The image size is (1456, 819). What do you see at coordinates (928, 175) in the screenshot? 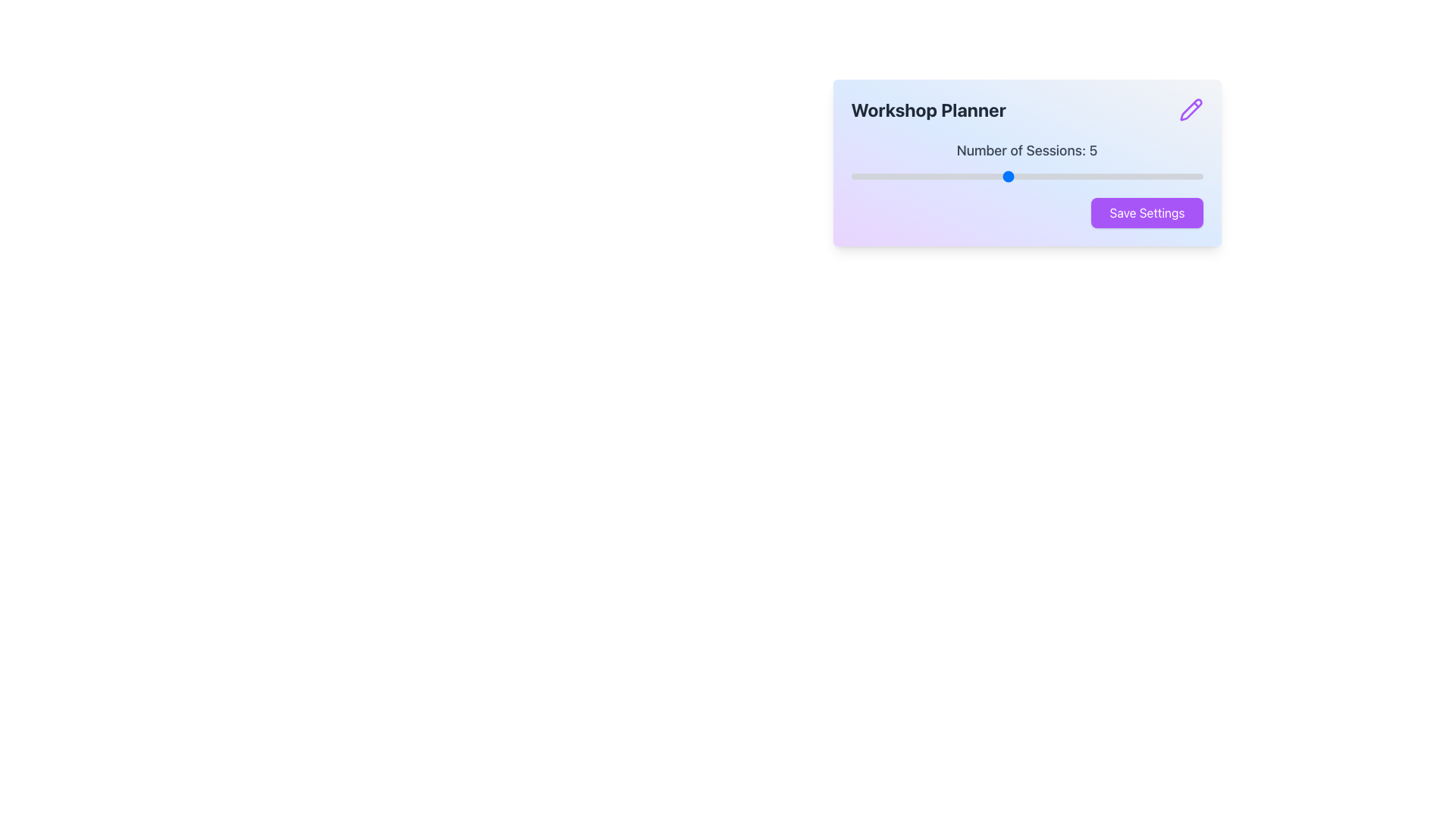
I see `the slider` at bounding box center [928, 175].